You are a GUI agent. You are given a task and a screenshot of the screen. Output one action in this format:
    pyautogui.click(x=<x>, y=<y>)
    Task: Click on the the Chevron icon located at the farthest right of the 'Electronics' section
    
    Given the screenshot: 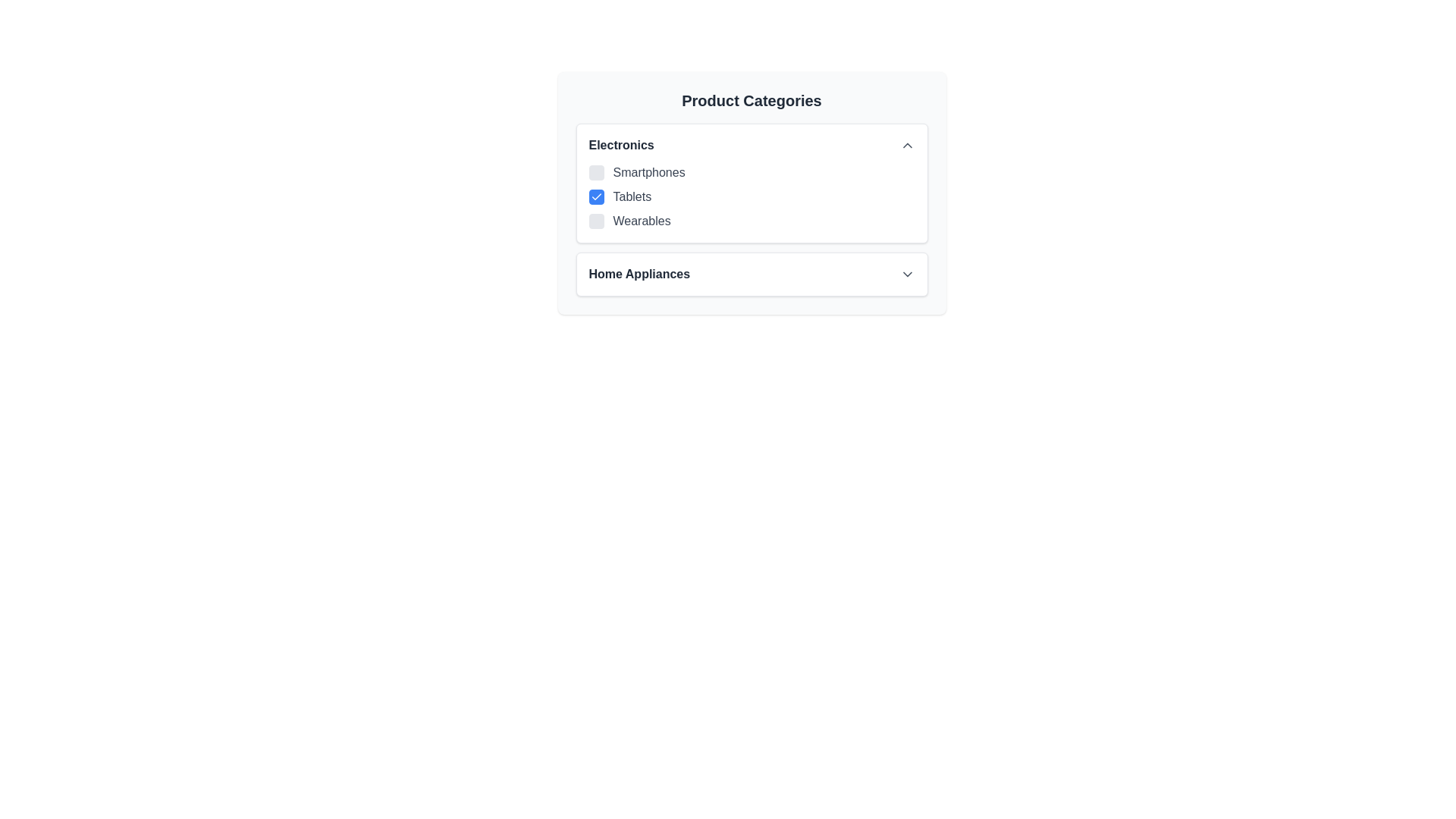 What is the action you would take?
    pyautogui.click(x=907, y=146)
    